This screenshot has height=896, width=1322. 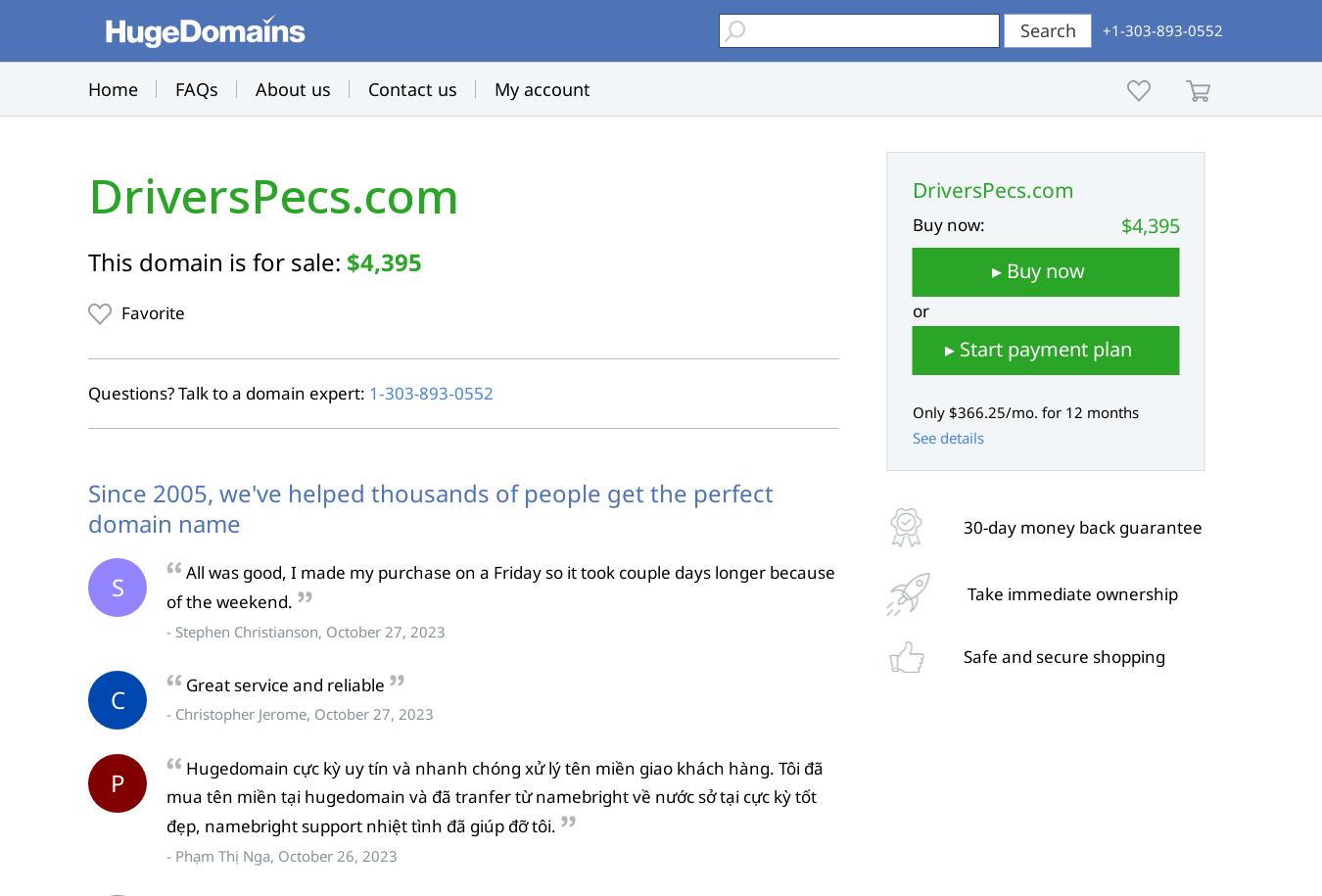 I want to click on '+1-303-893-0552', so click(x=1161, y=30).